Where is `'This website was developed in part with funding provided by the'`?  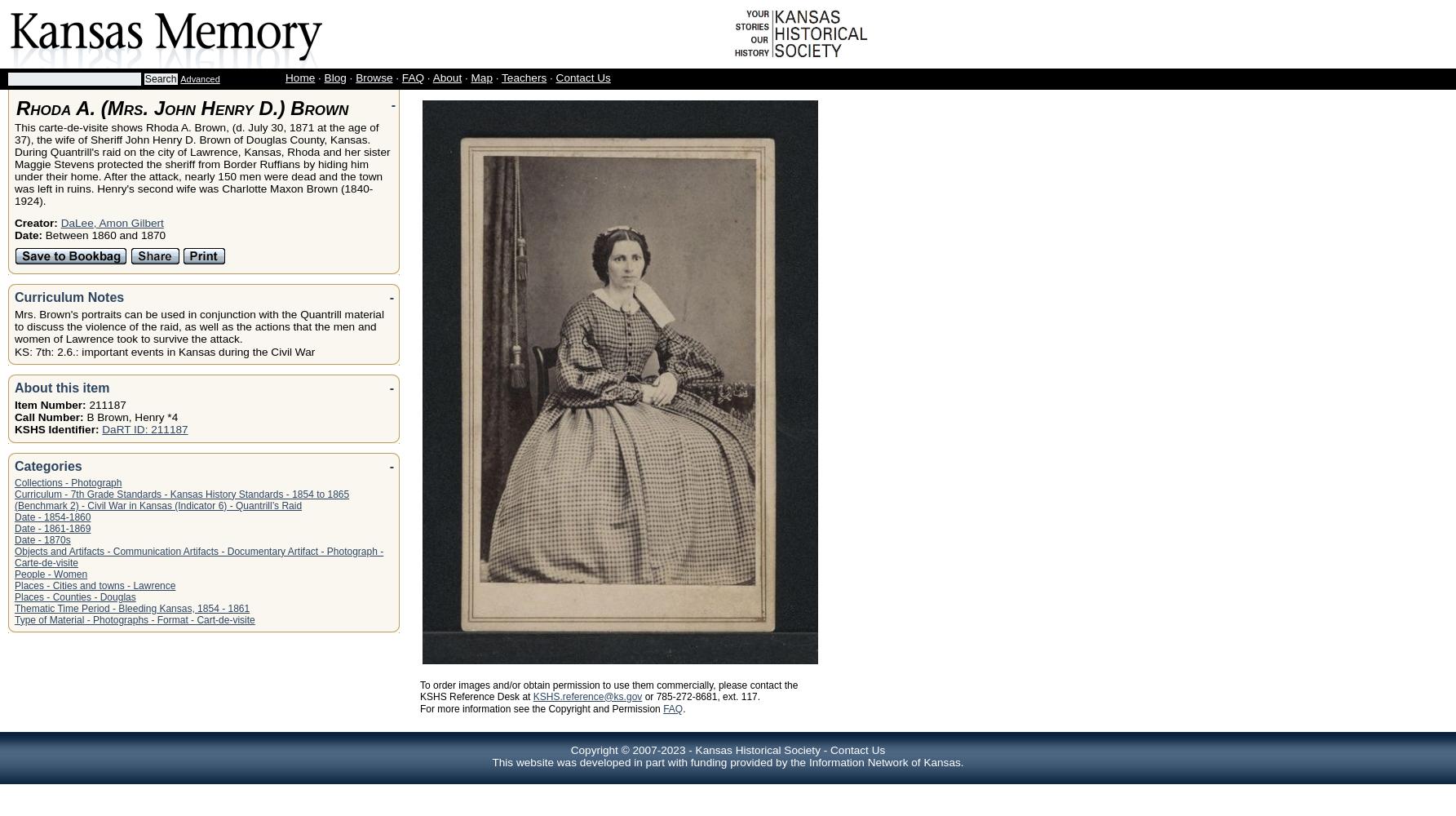 'This website was developed in part with funding provided by the' is located at coordinates (650, 762).